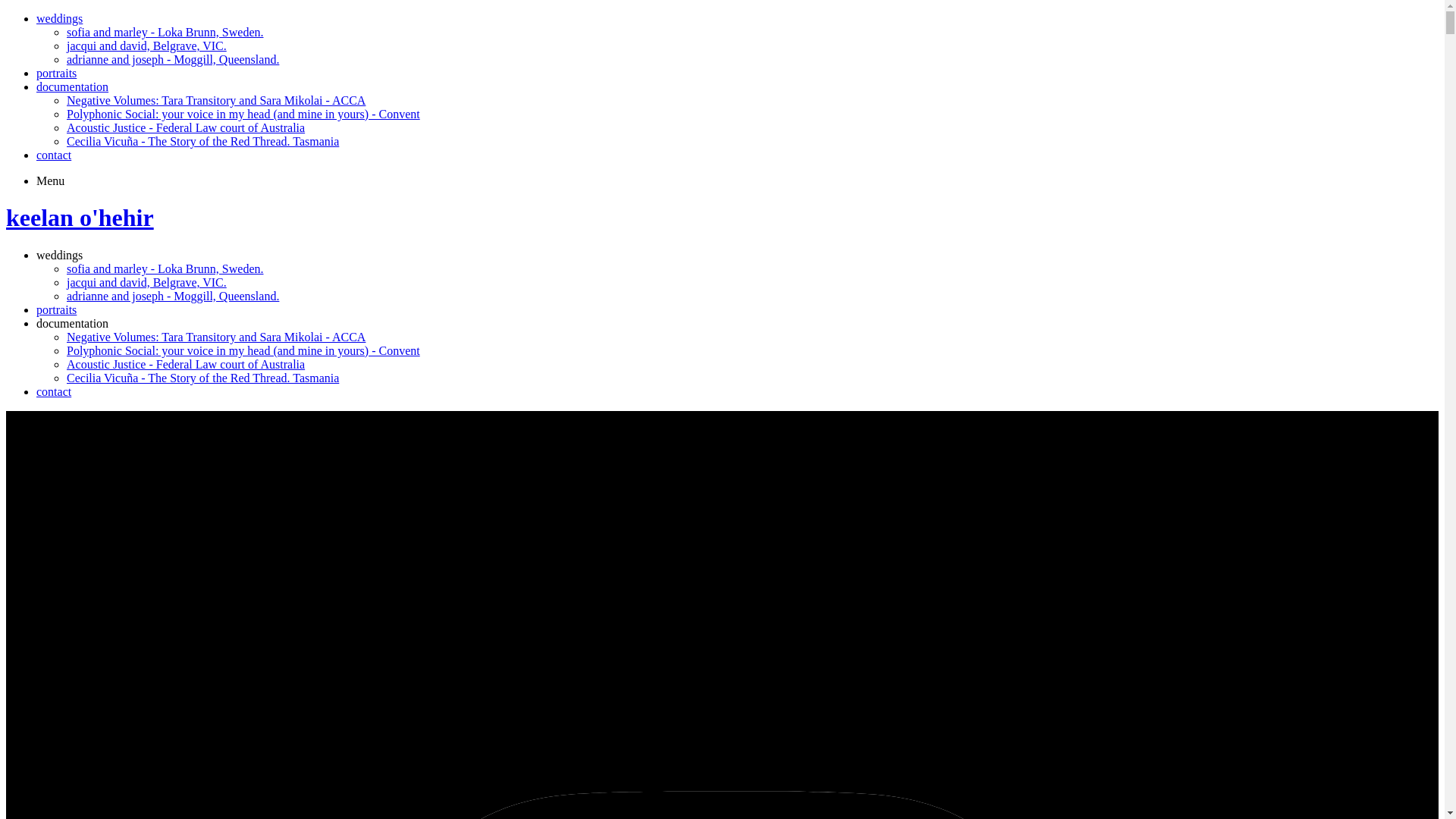 Image resolution: width=1456 pixels, height=819 pixels. I want to click on 'portraits', so click(56, 73).